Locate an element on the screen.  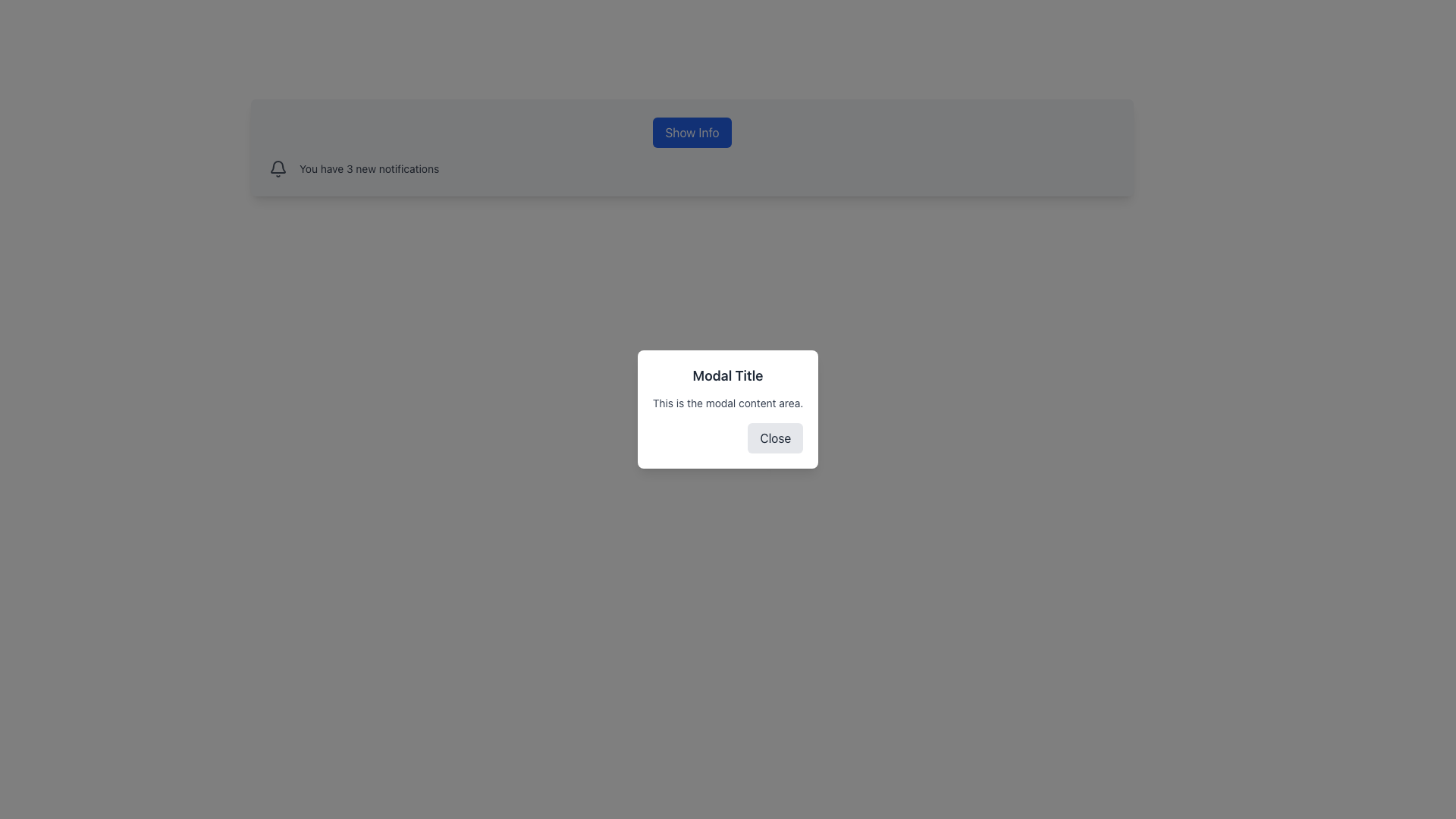
the gray bell icon located to the left of the notification message 'You have 3 new notifications' is located at coordinates (278, 169).